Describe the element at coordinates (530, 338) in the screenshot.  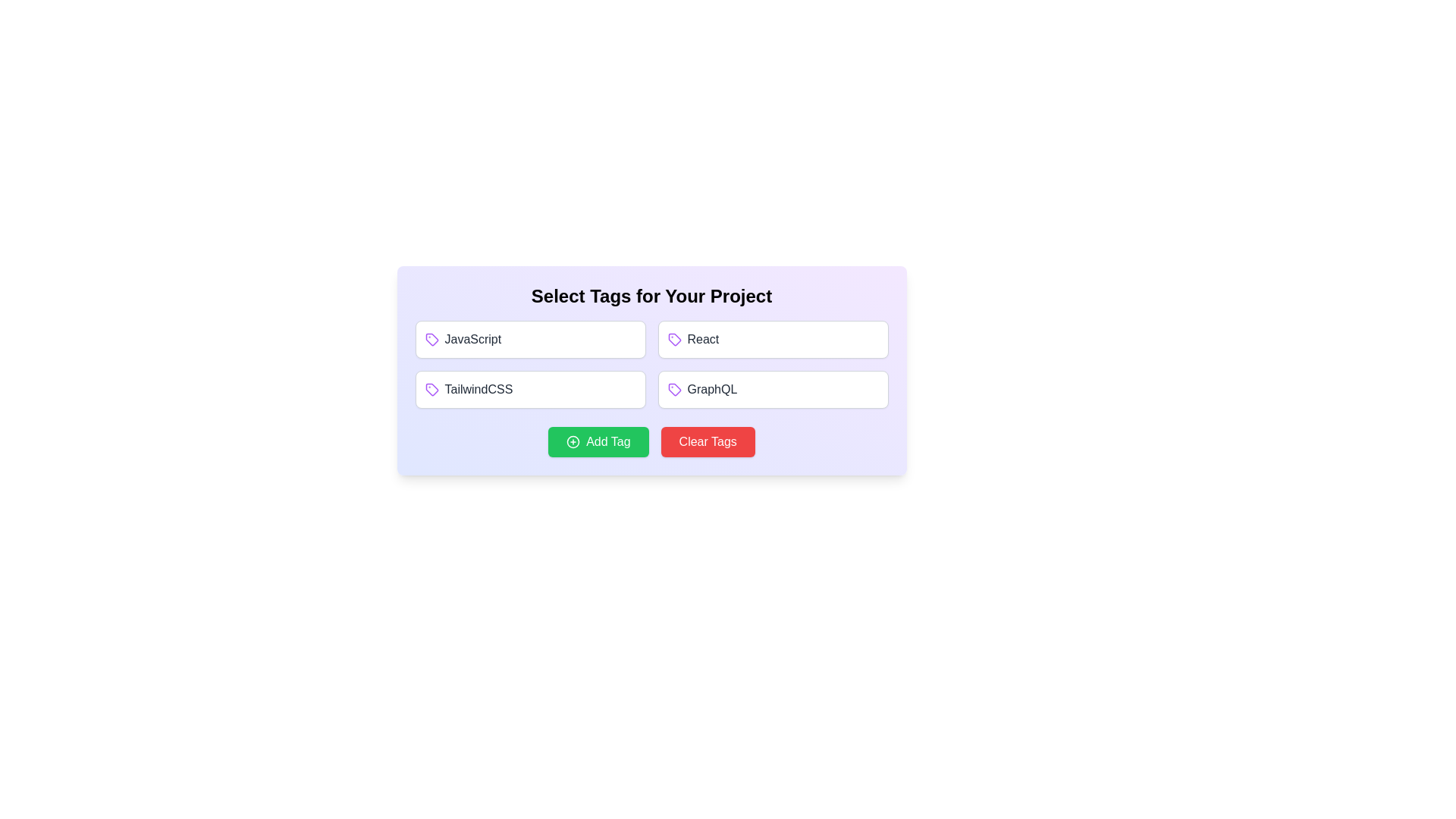
I see `the tag JavaScript to select it` at that location.